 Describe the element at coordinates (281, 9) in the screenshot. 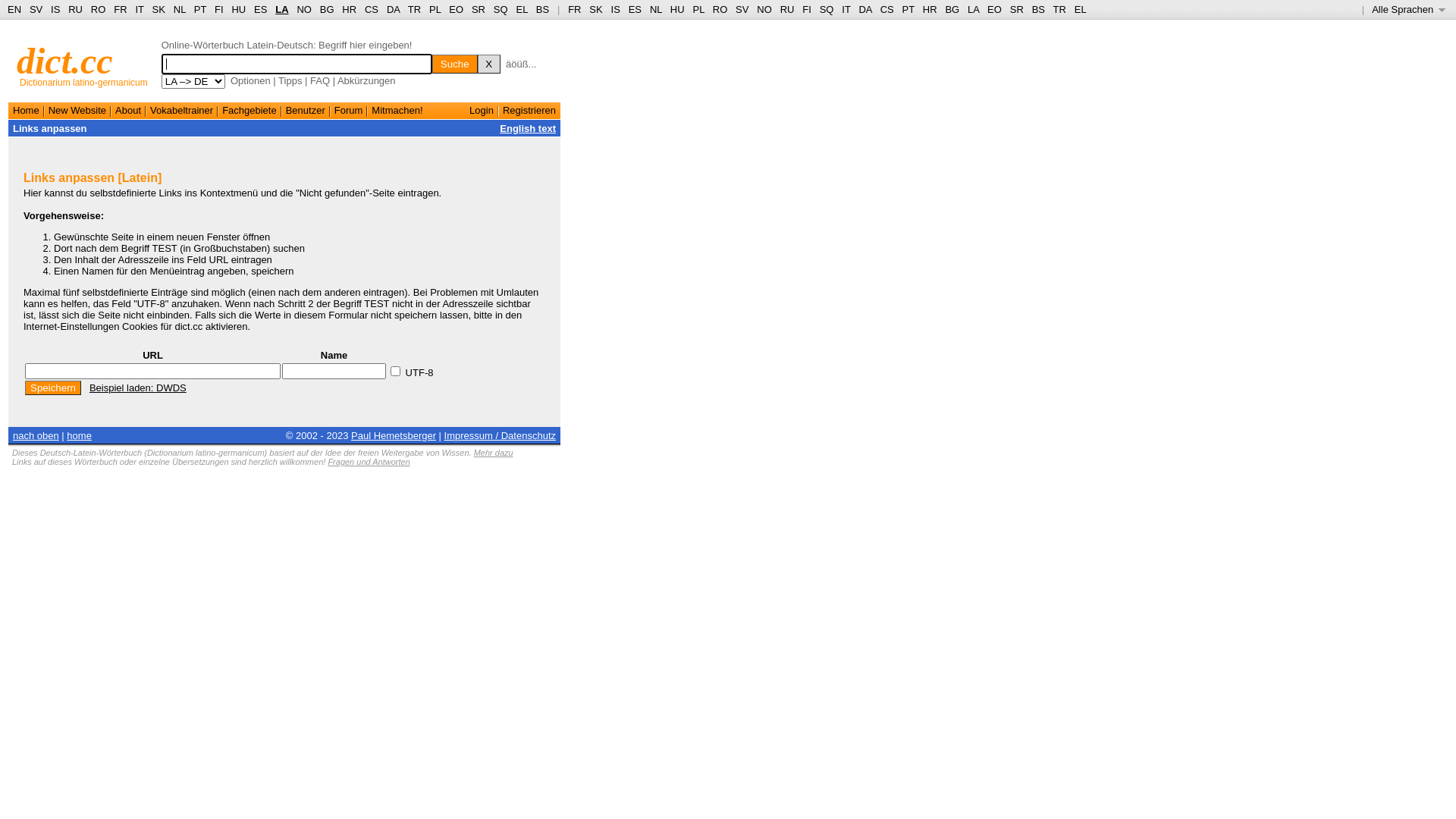

I see `'LA'` at that location.